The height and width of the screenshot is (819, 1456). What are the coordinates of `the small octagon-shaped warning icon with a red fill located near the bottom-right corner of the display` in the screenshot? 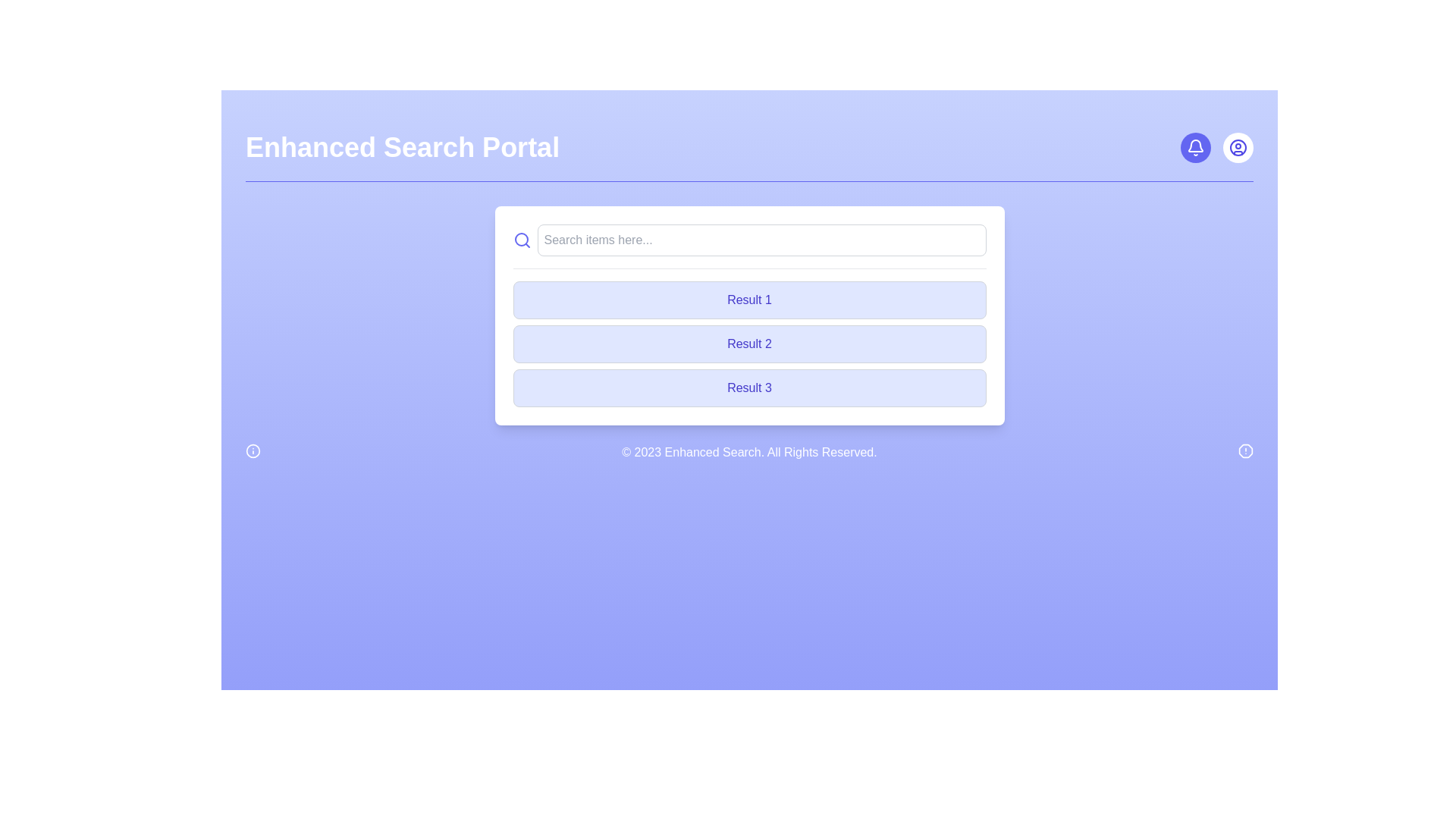 It's located at (1245, 450).